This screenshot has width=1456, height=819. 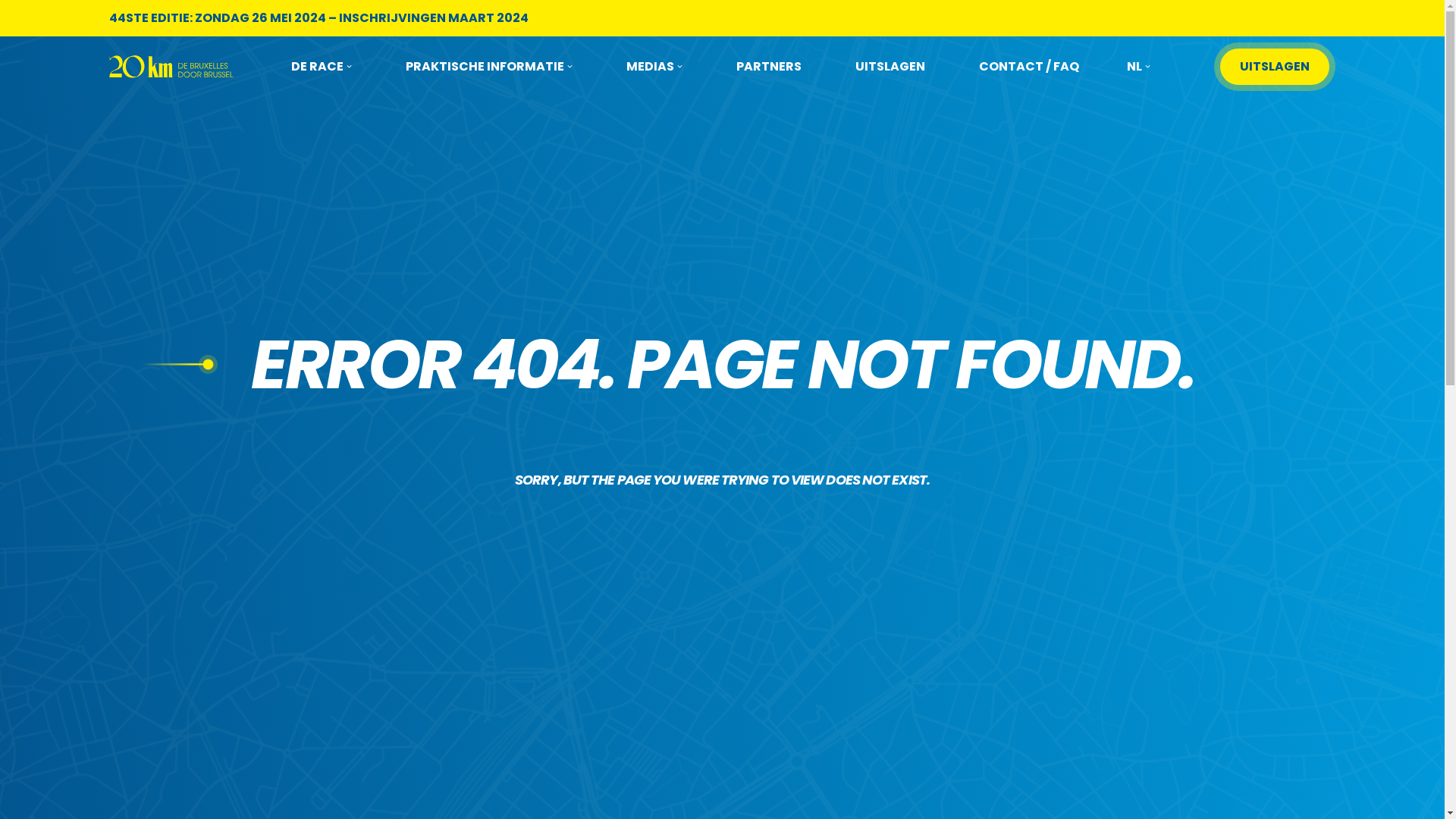 I want to click on 'DE RACE', so click(x=320, y=66).